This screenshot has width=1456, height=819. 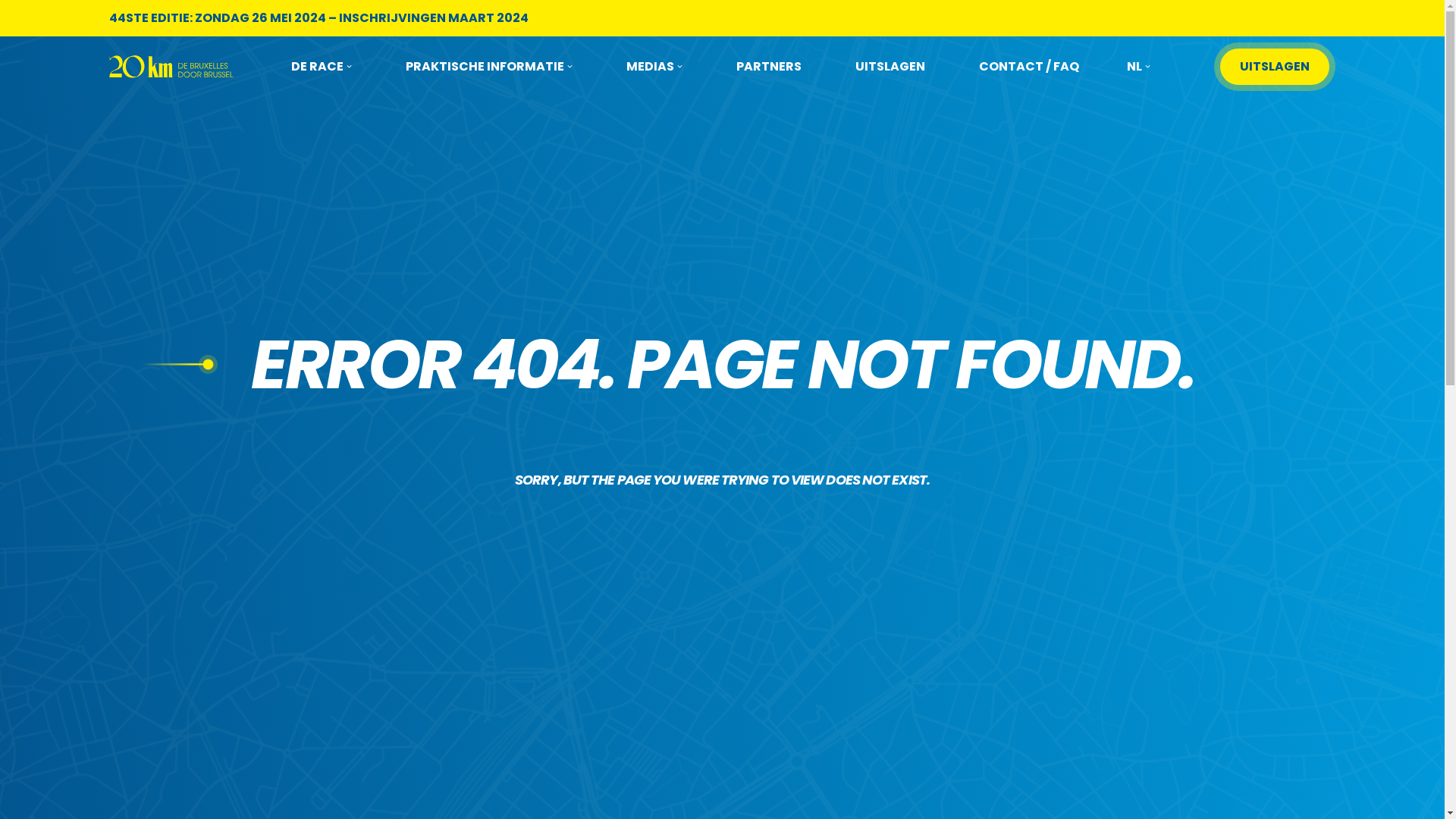 I want to click on 'DE RACE', so click(x=320, y=66).